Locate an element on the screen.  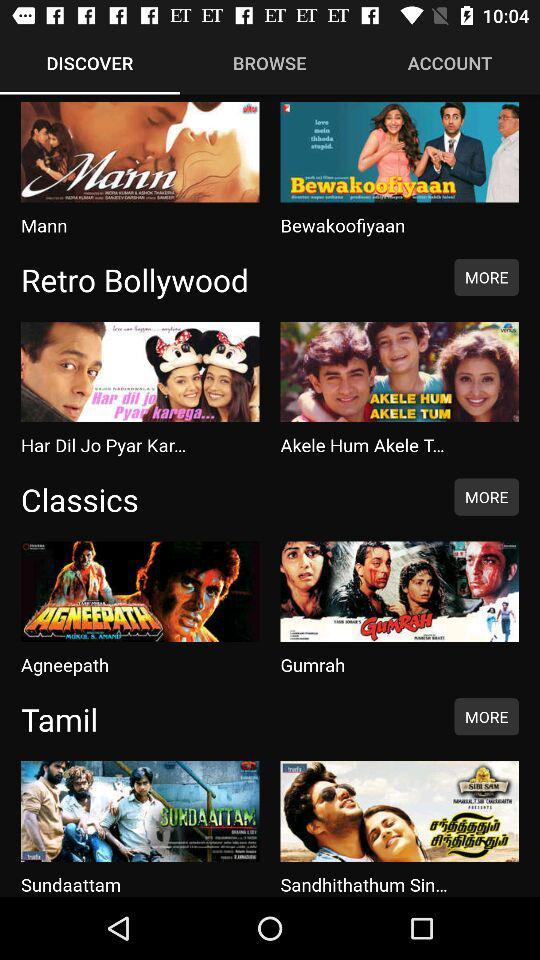
item to the left of the more icon is located at coordinates (226, 719).